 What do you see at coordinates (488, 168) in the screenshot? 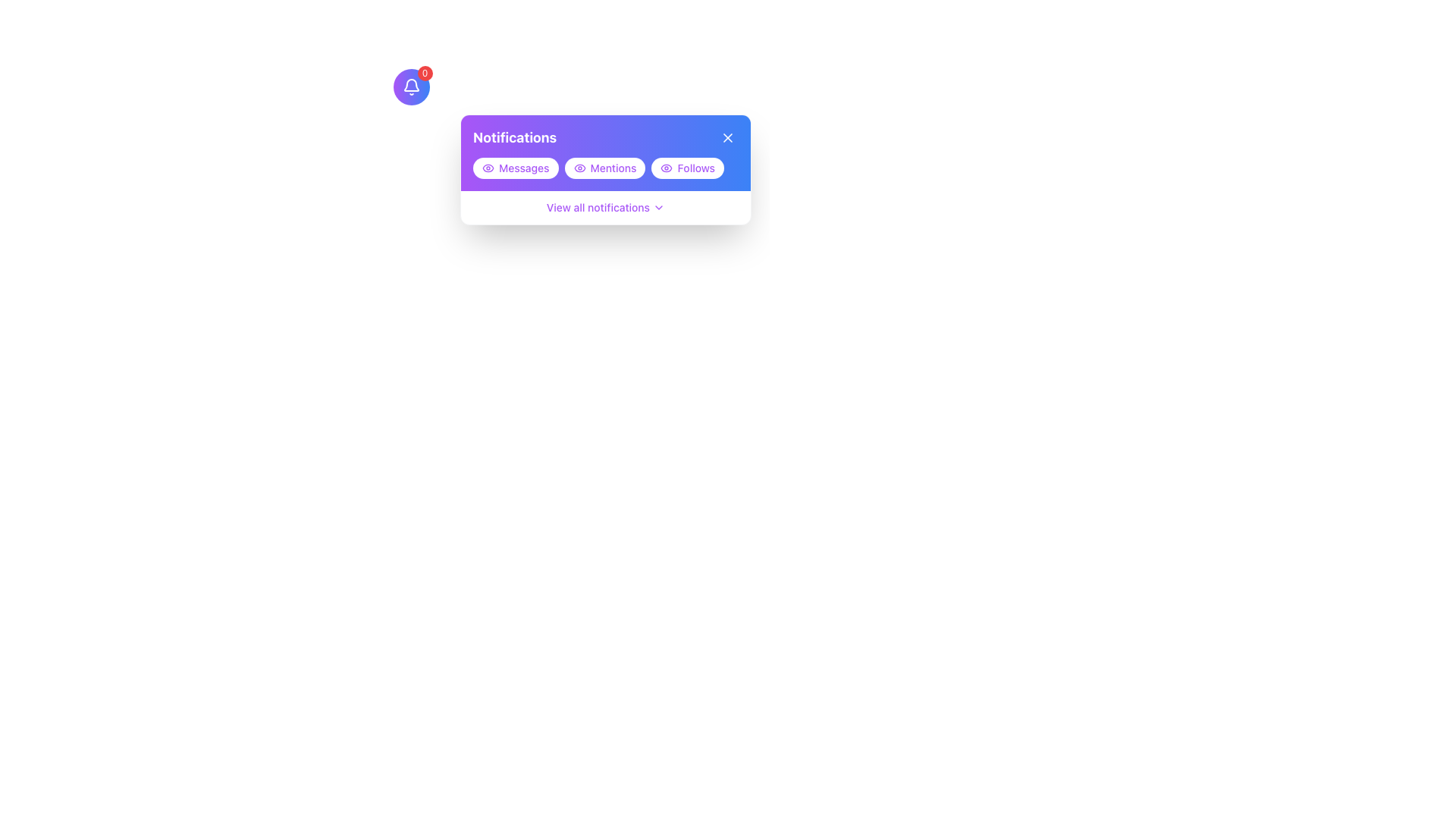
I see `the eye-shaped icon with a purple outline, located to the left of the 'Messages' text in the 'Notifications' button group` at bounding box center [488, 168].